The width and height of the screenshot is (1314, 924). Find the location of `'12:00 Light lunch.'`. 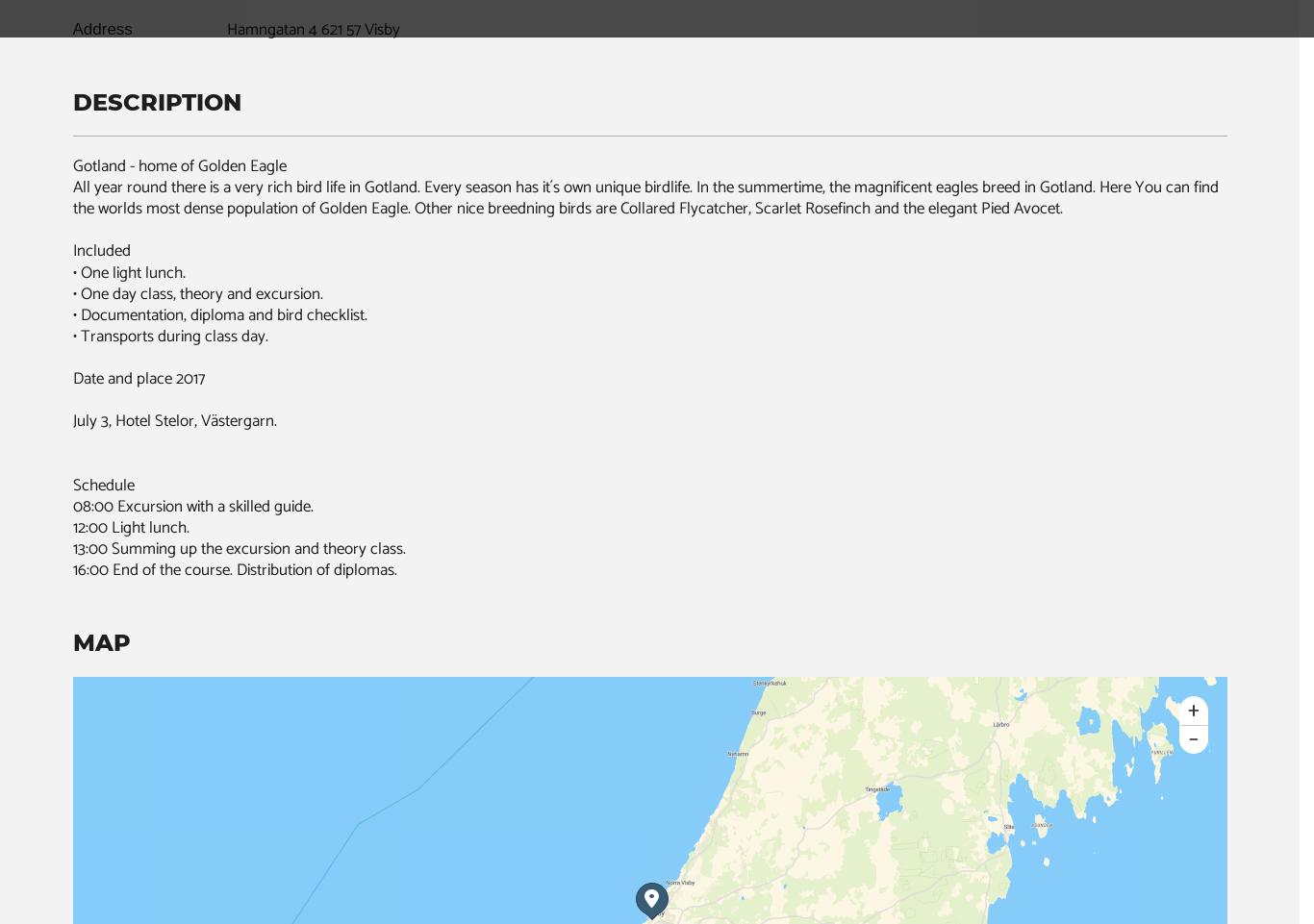

'12:00 Light lunch.' is located at coordinates (129, 525).